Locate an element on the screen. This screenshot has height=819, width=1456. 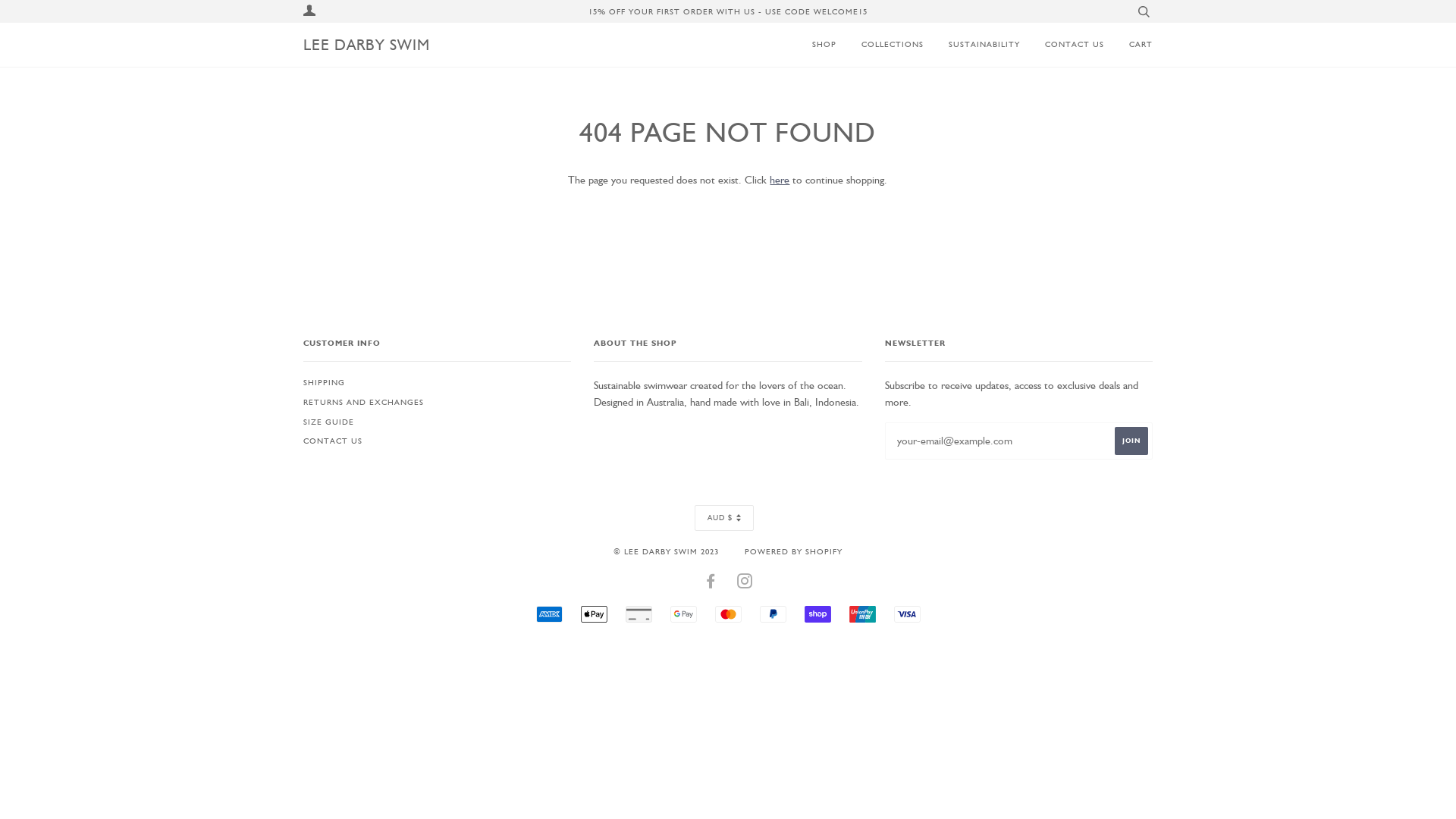
'COLLECTIONS' is located at coordinates (880, 43).